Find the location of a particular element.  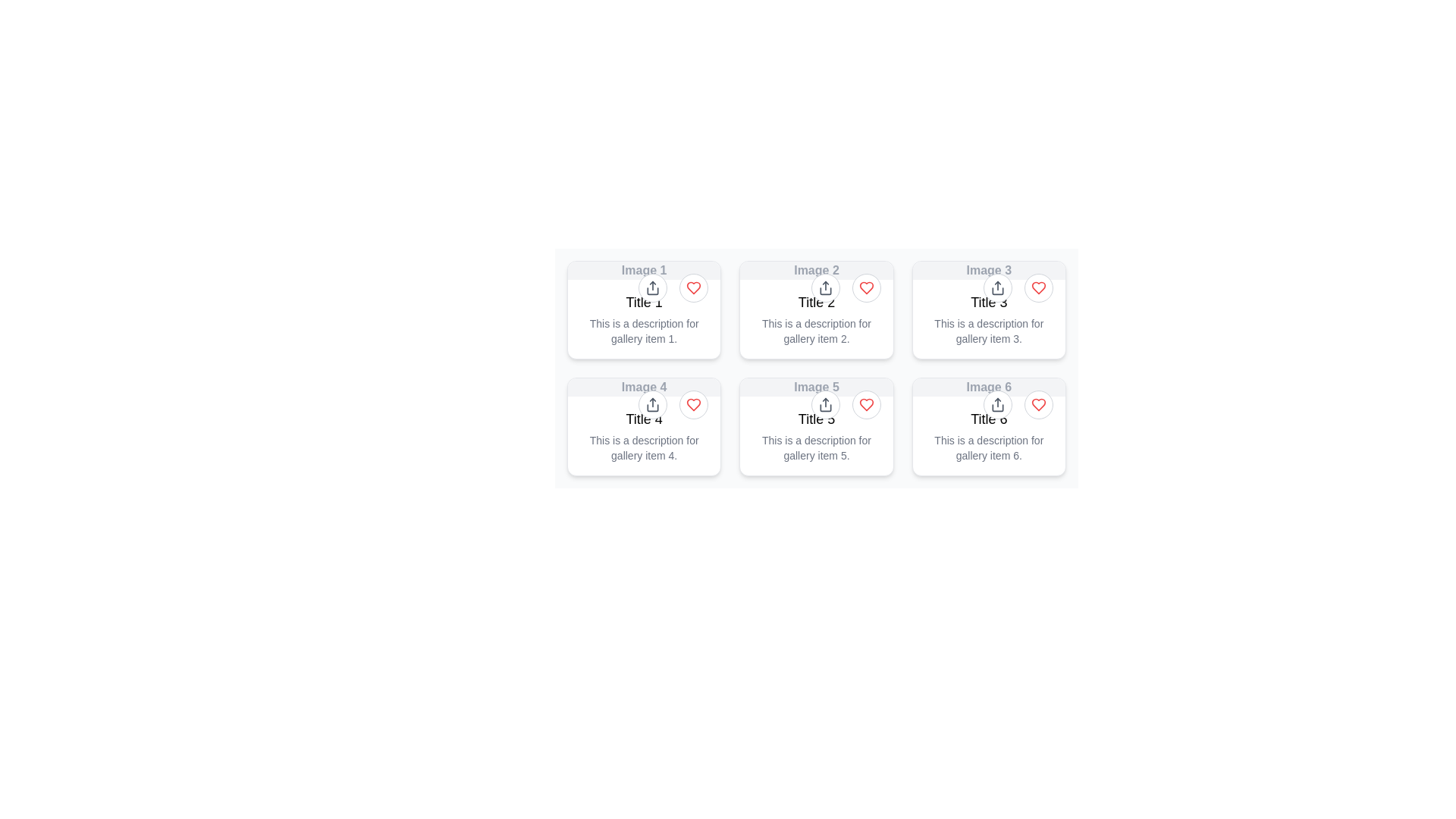

the share button located at the top-right corner inside the card of the grid item titled 'Title 3' is located at coordinates (1018, 288).